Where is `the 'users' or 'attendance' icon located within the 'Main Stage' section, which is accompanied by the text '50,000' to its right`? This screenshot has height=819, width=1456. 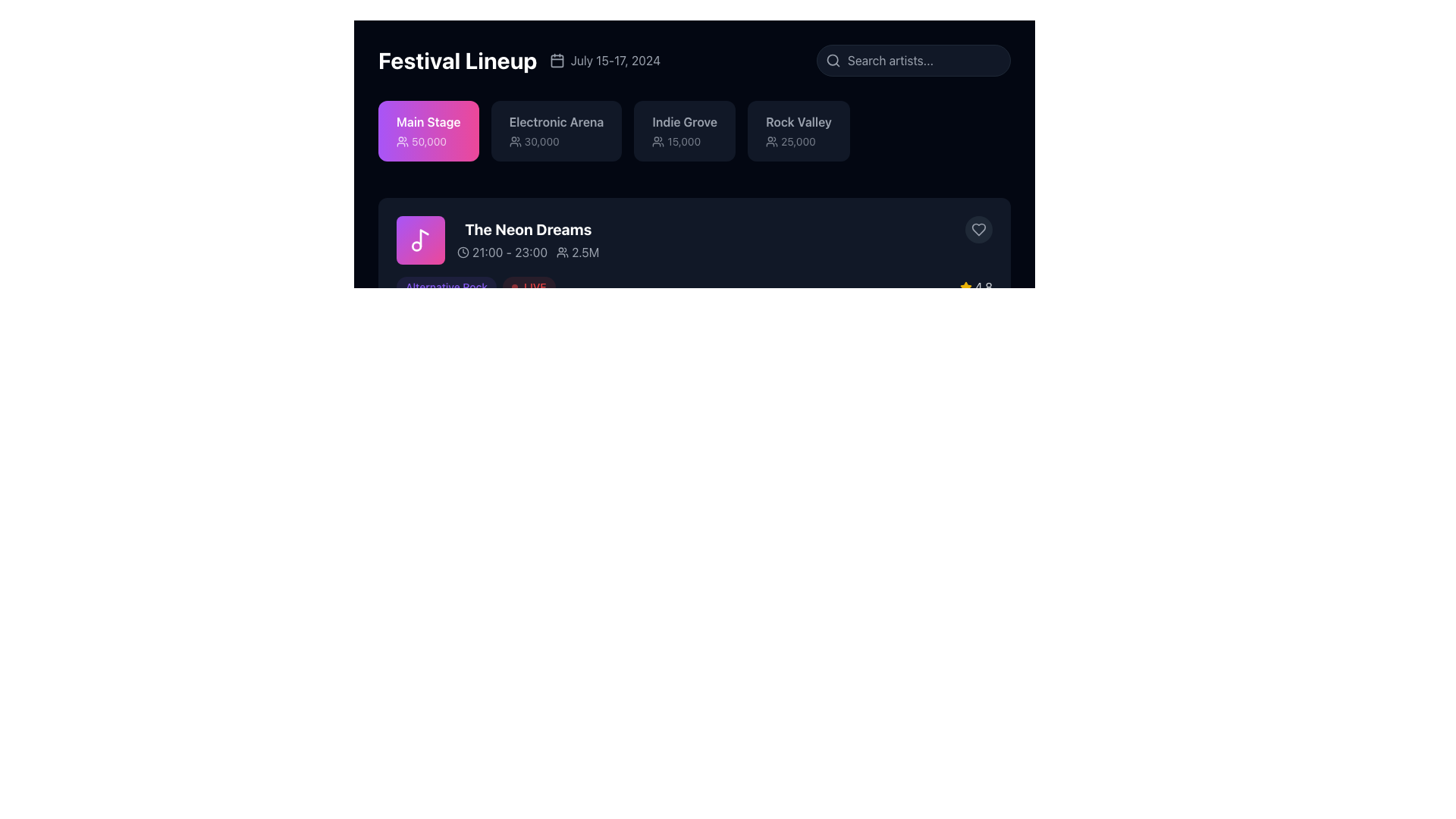
the 'users' or 'attendance' icon located within the 'Main Stage' section, which is accompanied by the text '50,000' to its right is located at coordinates (403, 141).